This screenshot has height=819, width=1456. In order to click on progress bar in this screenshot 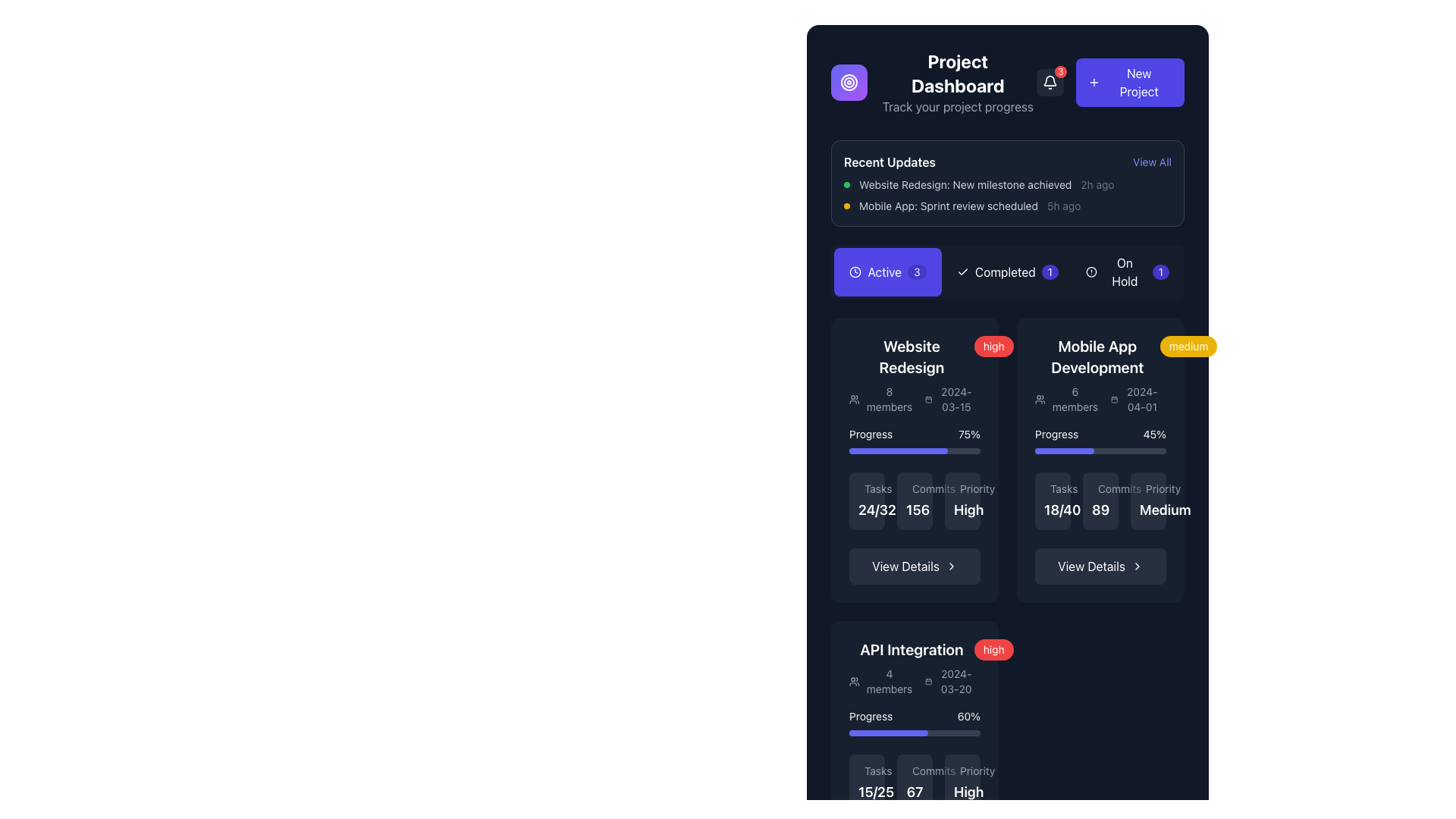, I will do `click(910, 733)`.